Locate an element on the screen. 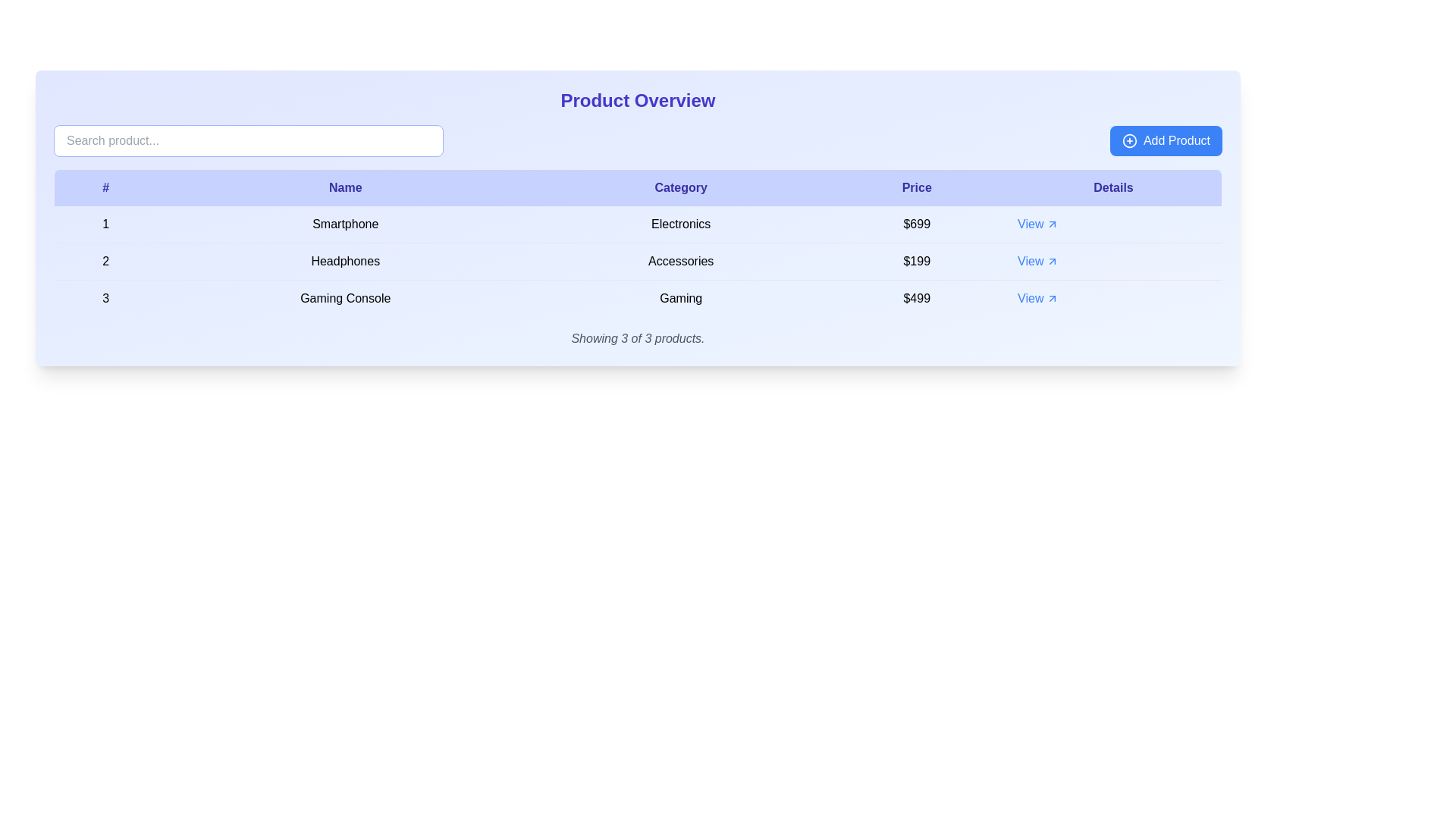 Image resolution: width=1456 pixels, height=819 pixels. the 'Price' column header text label, which indicates that the corresponding column contains prices is located at coordinates (916, 187).